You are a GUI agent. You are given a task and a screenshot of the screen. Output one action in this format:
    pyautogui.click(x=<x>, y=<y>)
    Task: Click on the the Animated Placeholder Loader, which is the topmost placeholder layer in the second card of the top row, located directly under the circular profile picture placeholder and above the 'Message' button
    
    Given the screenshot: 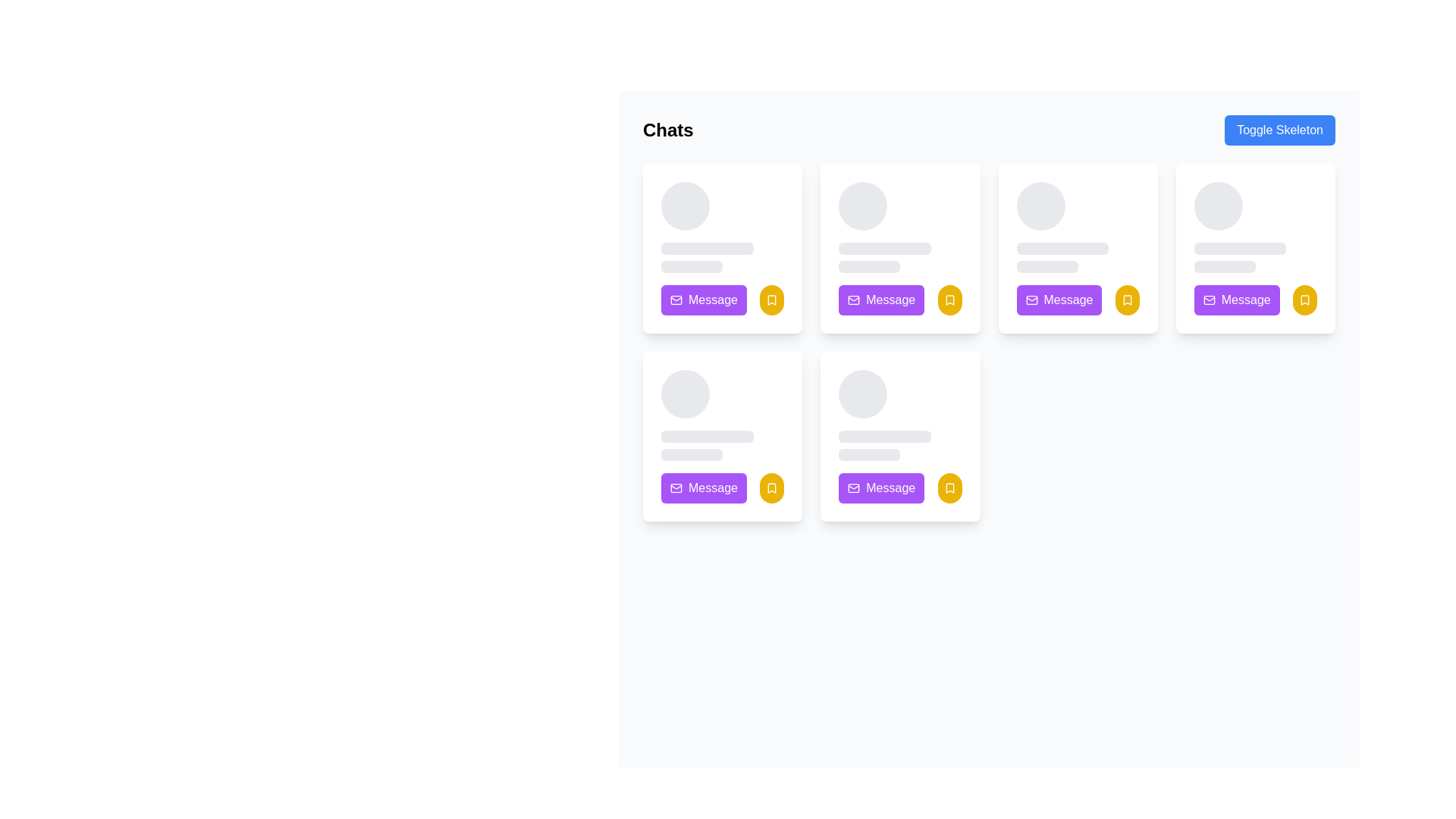 What is the action you would take?
    pyautogui.click(x=900, y=227)
    